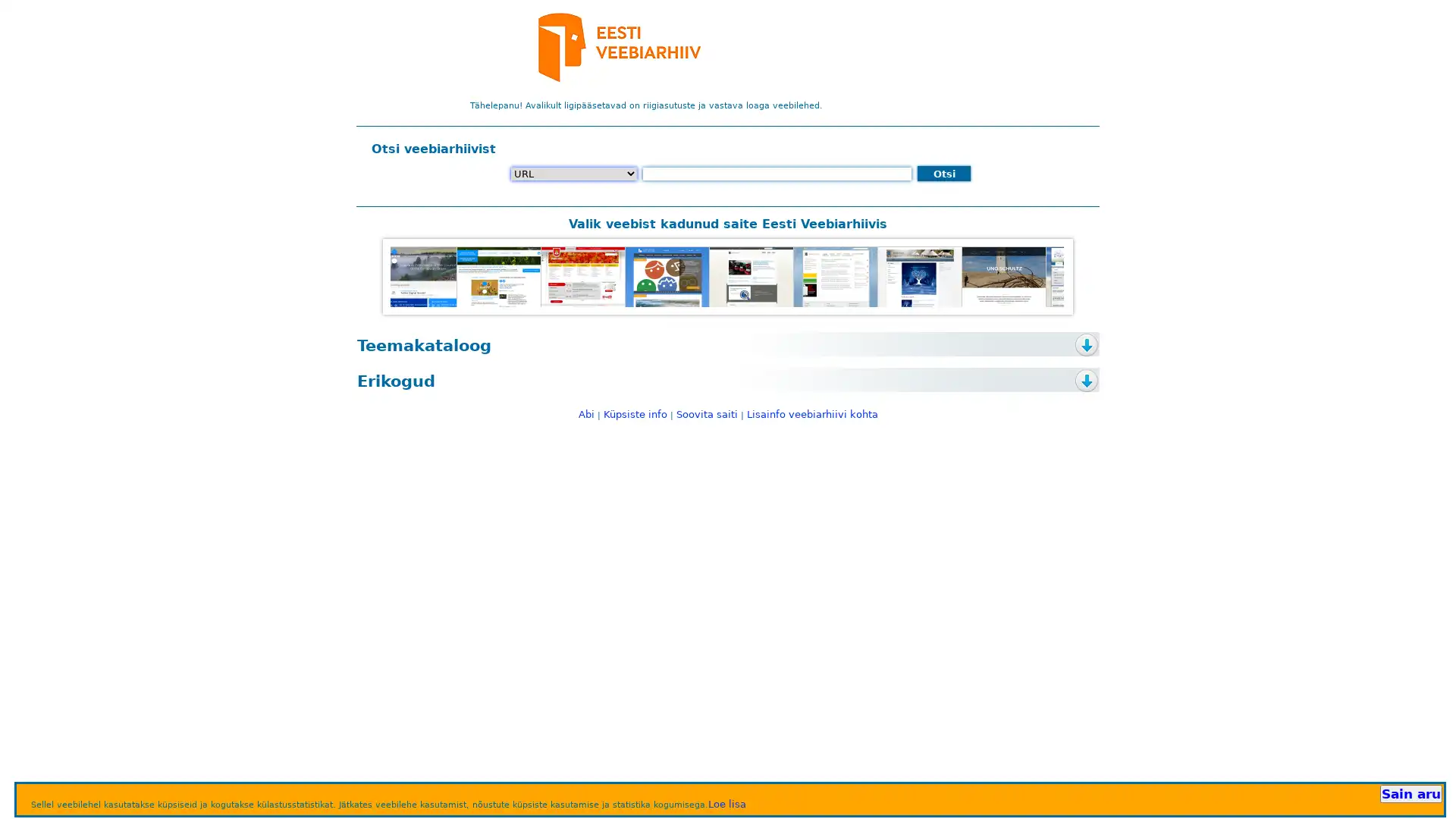 The width and height of the screenshot is (1456, 819). Describe the element at coordinates (943, 172) in the screenshot. I see `Otsi` at that location.